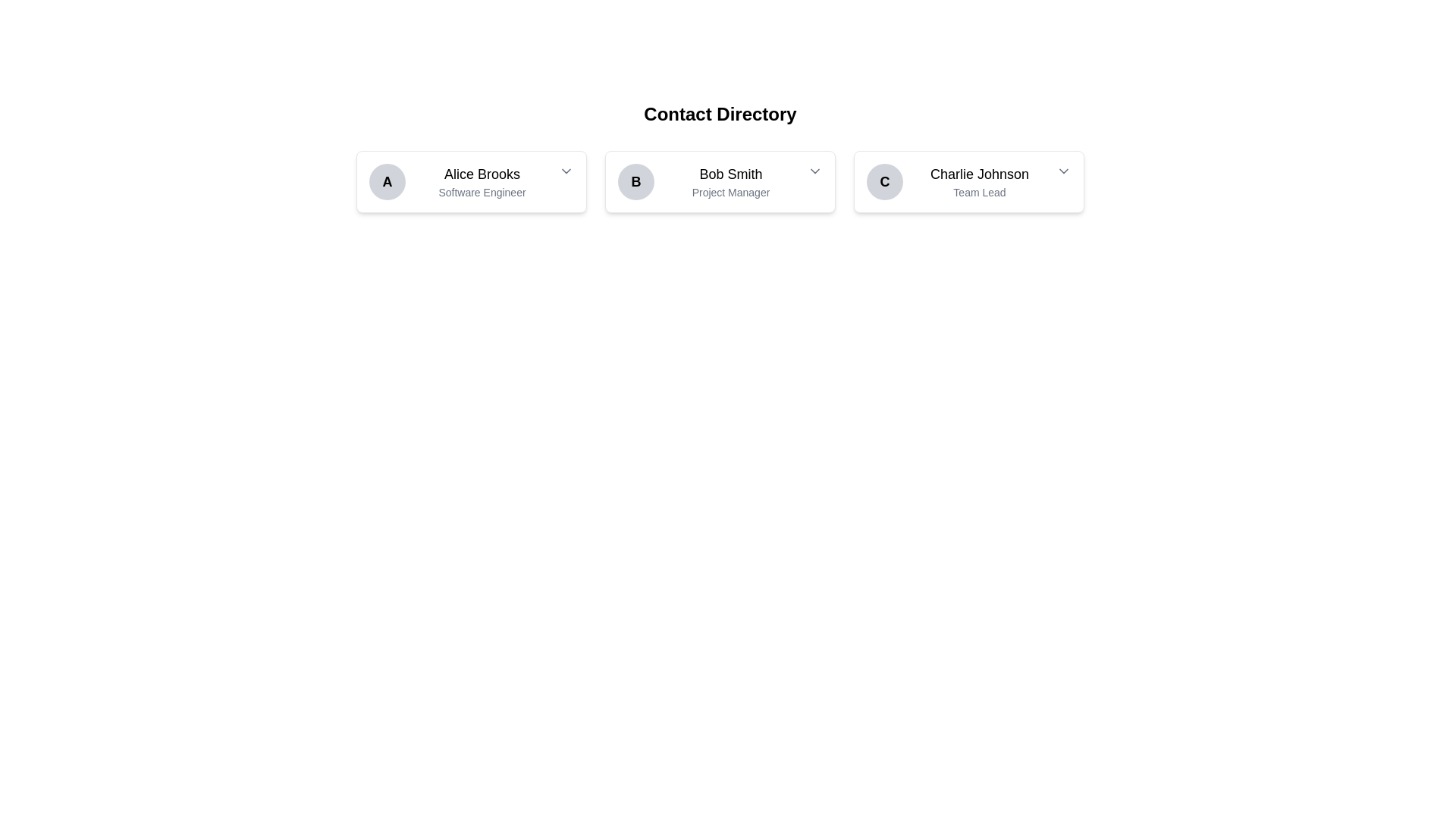 The width and height of the screenshot is (1456, 819). What do you see at coordinates (481, 180) in the screenshot?
I see `the text label displaying the name 'Alice Brooks' and job title 'Software Engineer' located in the leftmost contact card, beneath the round badge labeled 'A'` at bounding box center [481, 180].